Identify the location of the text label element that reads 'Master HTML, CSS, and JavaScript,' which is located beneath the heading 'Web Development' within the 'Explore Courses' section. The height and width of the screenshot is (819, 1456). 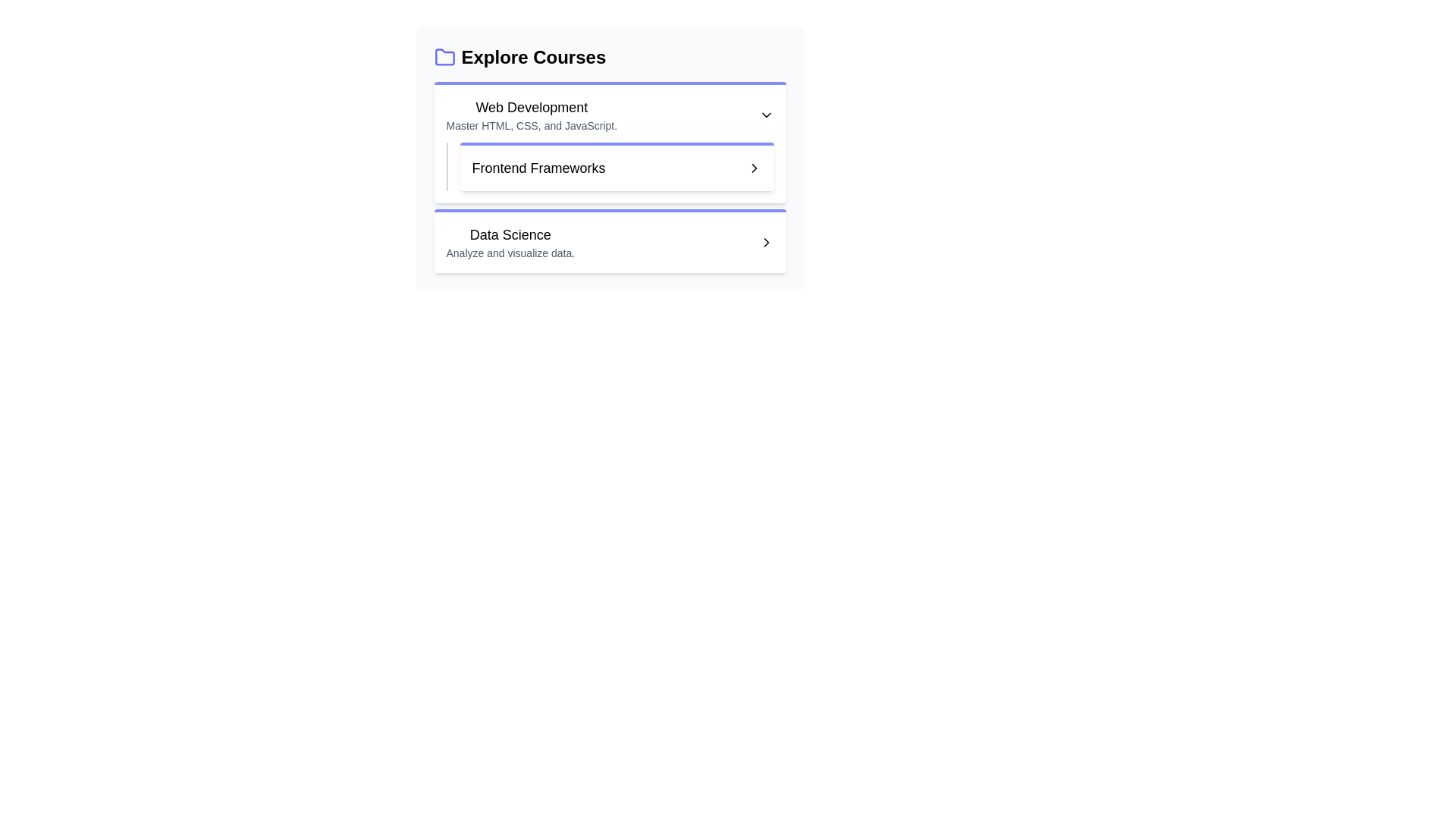
(532, 124).